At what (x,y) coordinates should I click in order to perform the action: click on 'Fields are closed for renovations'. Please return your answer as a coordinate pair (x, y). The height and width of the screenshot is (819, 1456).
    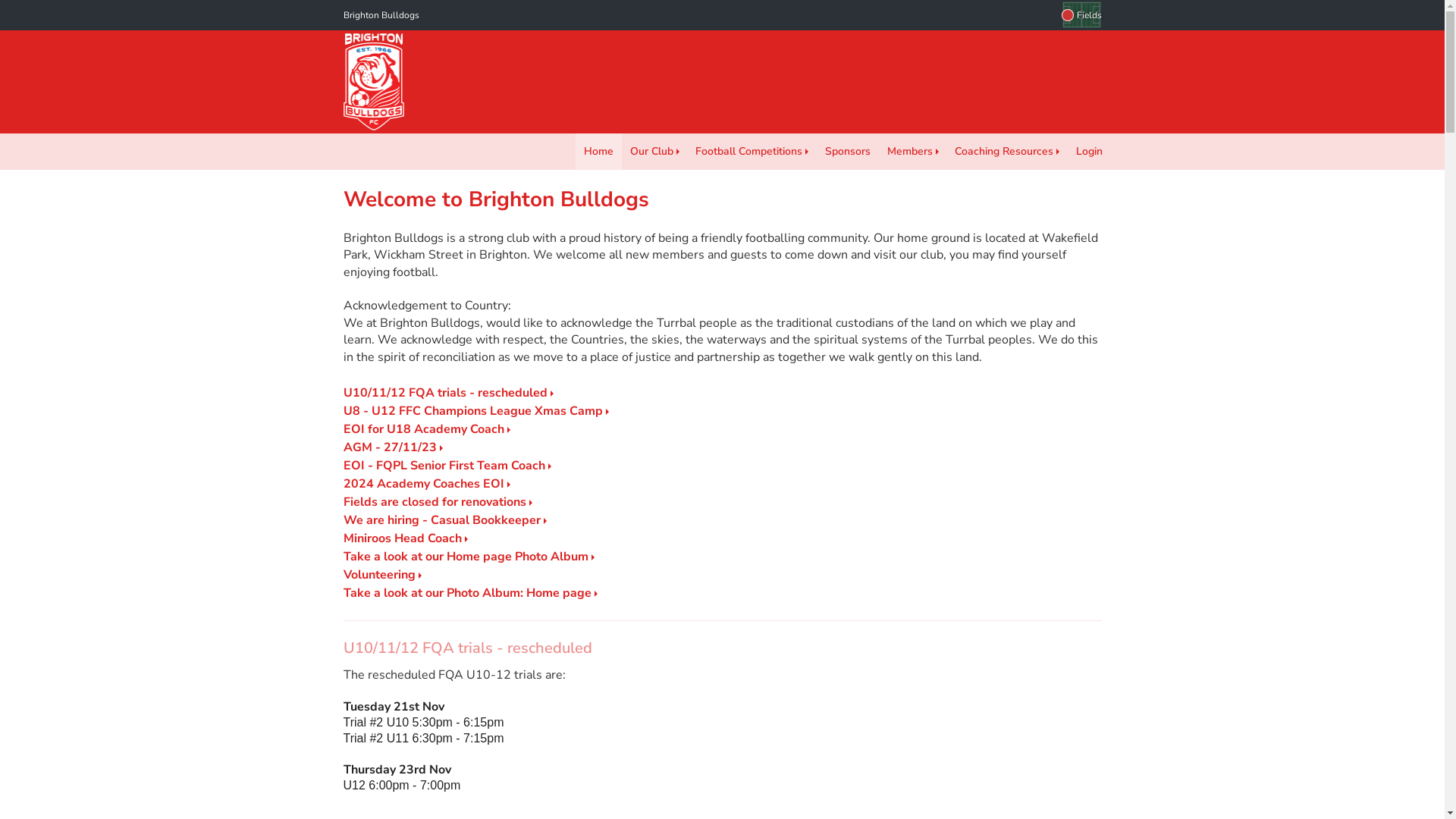
    Looking at the image, I should click on (341, 502).